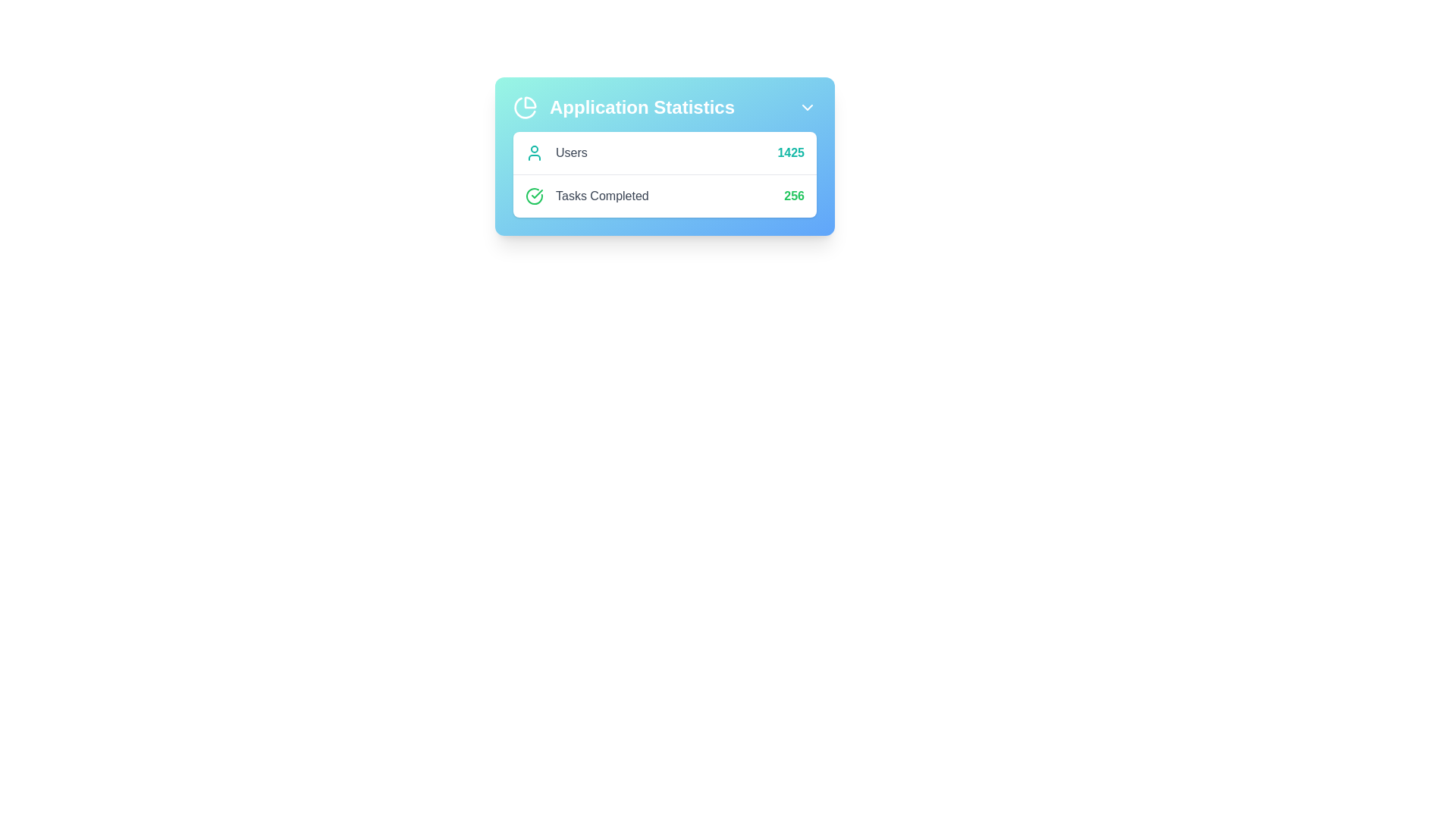 This screenshot has height=819, width=1456. I want to click on the 'Users' text label in the 'Application Statistics' panel, which is styled in gray color and medium font weight, located next to the user profile icon and preceding the numerical value of 1425, so click(570, 152).